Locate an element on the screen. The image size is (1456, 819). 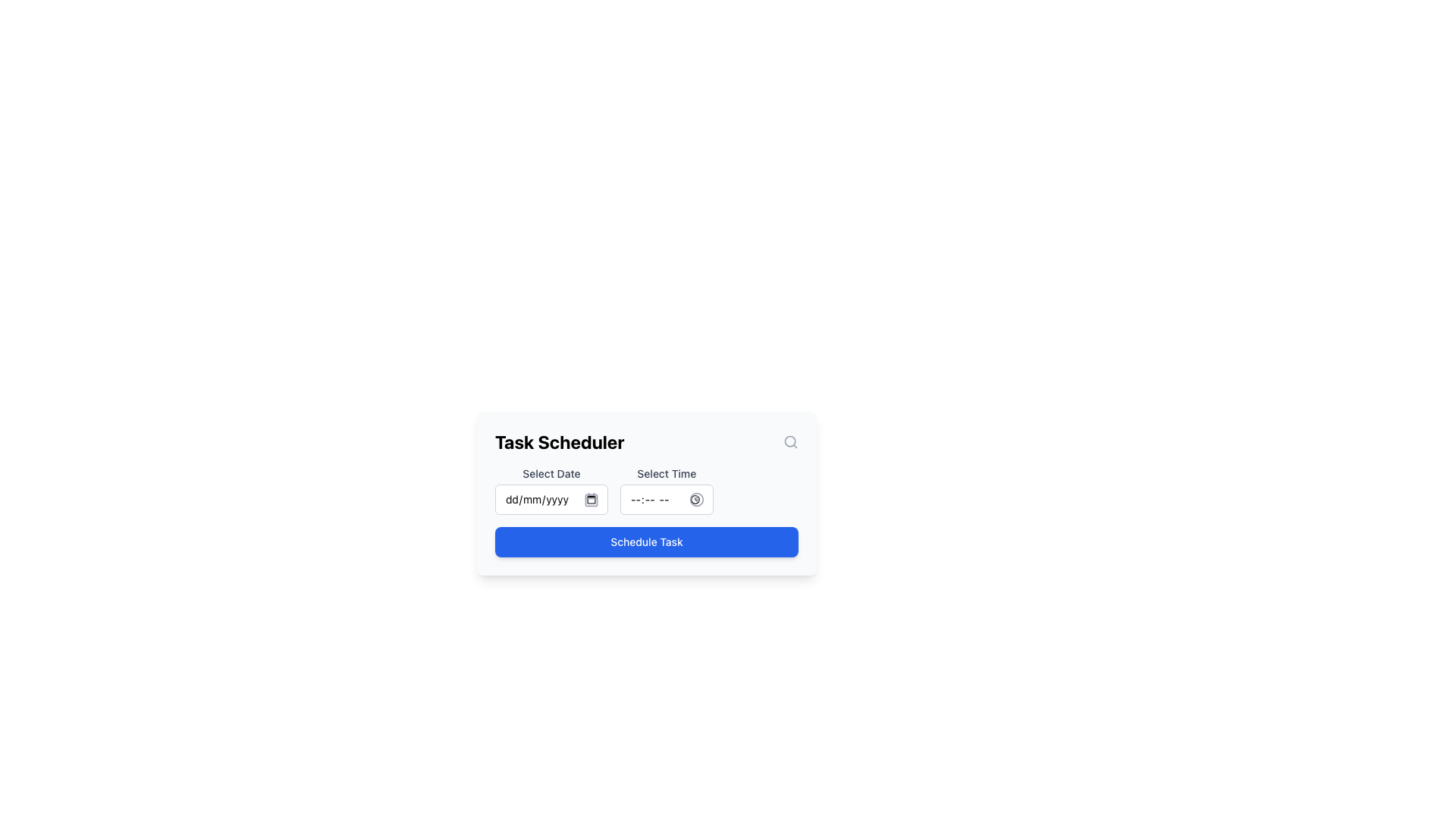
the magnifying glass icon located at the far-right side of the bar in the 'Task Scheduler' card to initiate a search is located at coordinates (789, 441).